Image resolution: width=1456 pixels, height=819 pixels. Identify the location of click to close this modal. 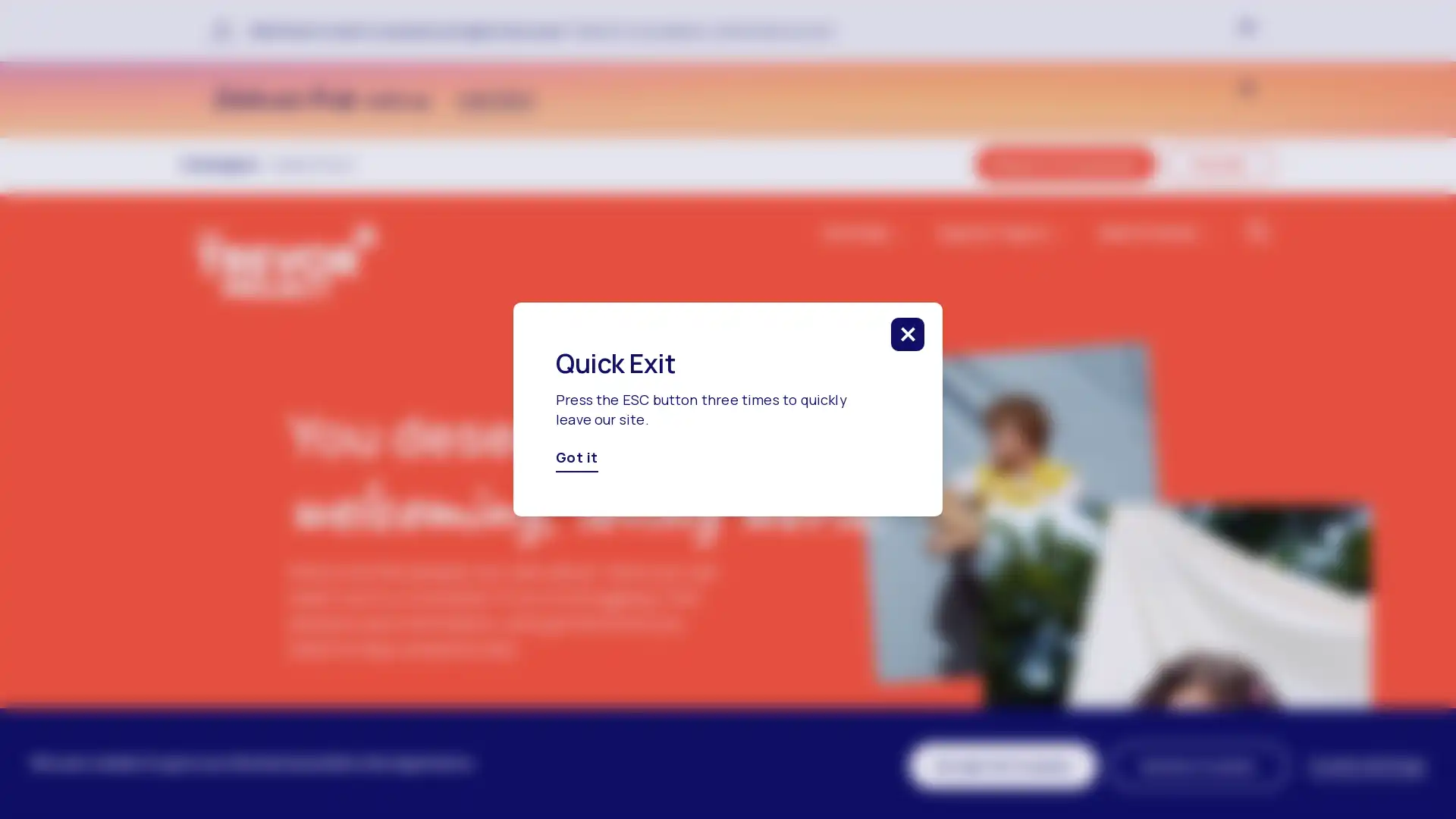
(907, 333).